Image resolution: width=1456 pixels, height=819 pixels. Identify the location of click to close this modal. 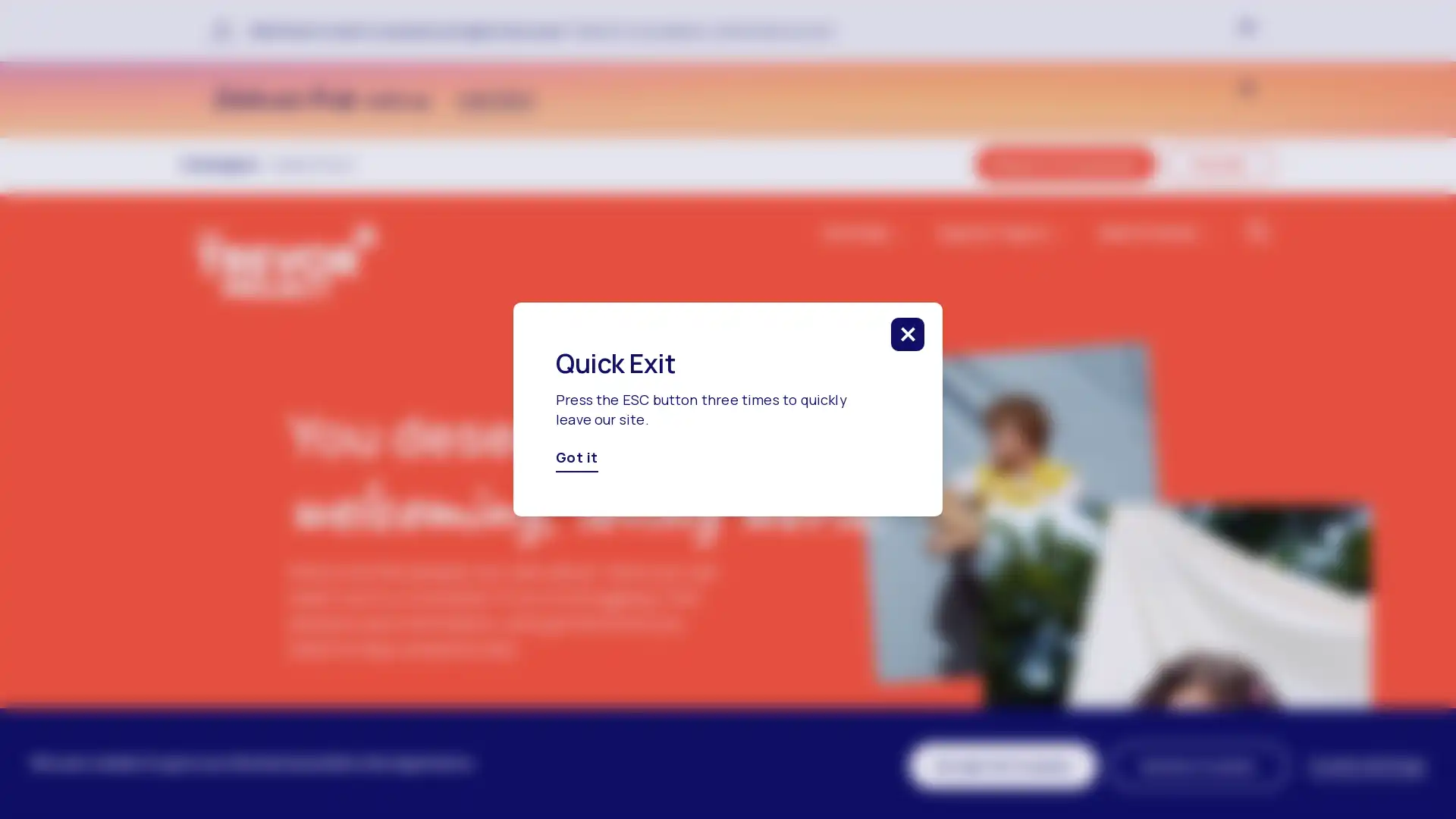
(907, 333).